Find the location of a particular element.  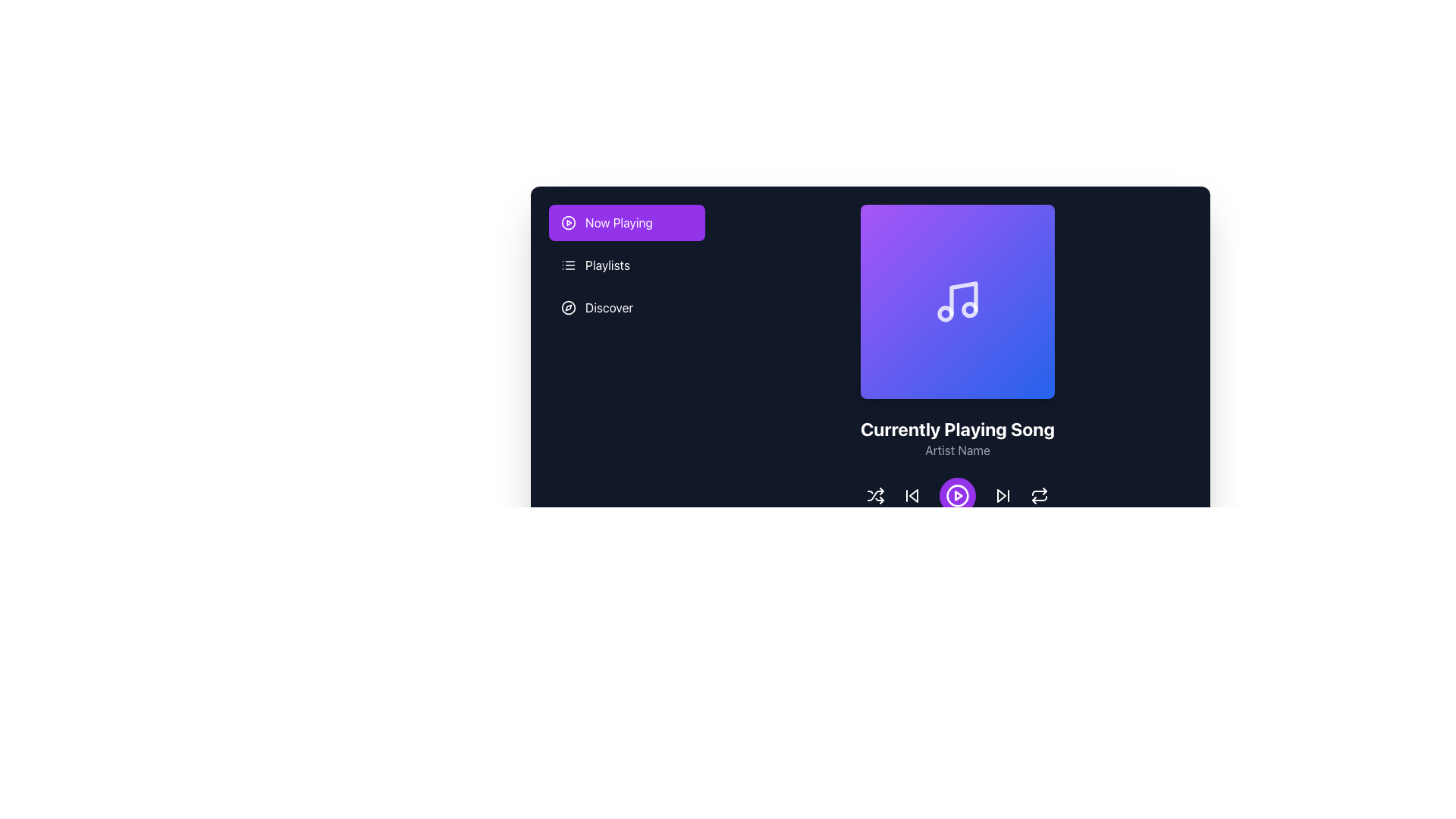

the graphical circle, which is part of the SVG icon in the center of the play button interface located beneath the purple song thumbnail is located at coordinates (567, 222).